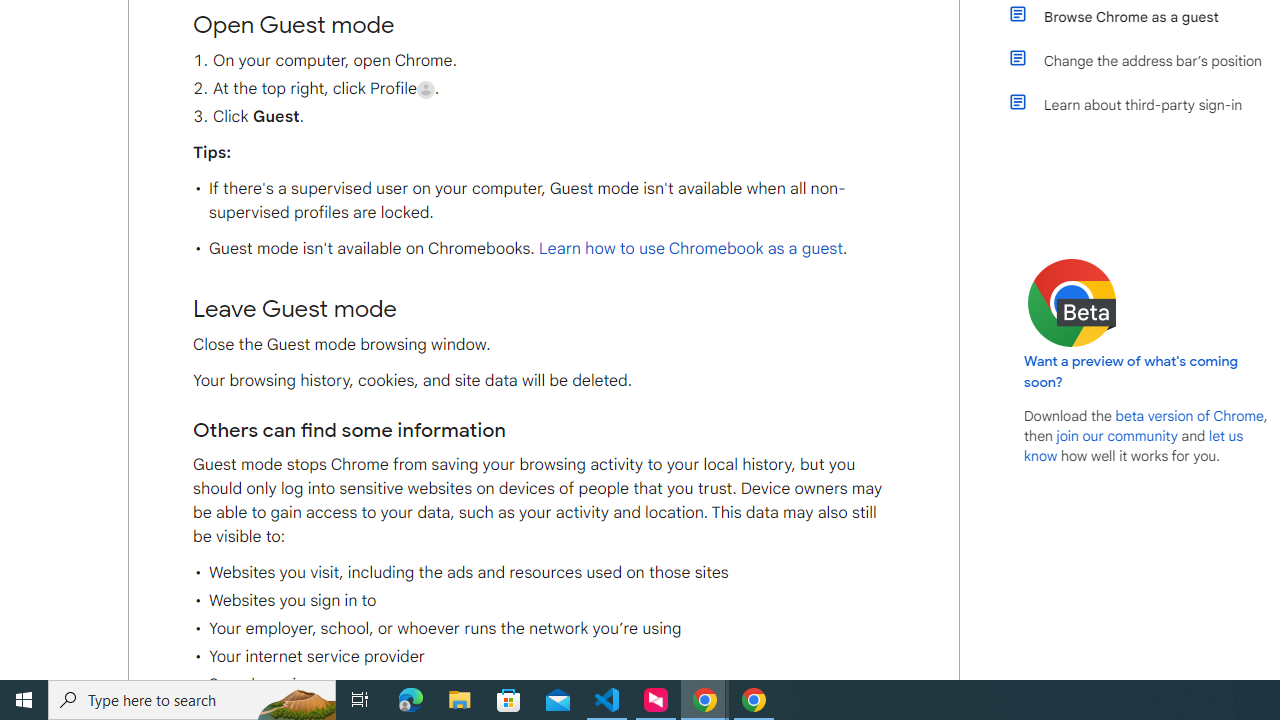 This screenshot has height=720, width=1280. Describe the element at coordinates (1189, 414) in the screenshot. I see `'beta version of Chrome'` at that location.